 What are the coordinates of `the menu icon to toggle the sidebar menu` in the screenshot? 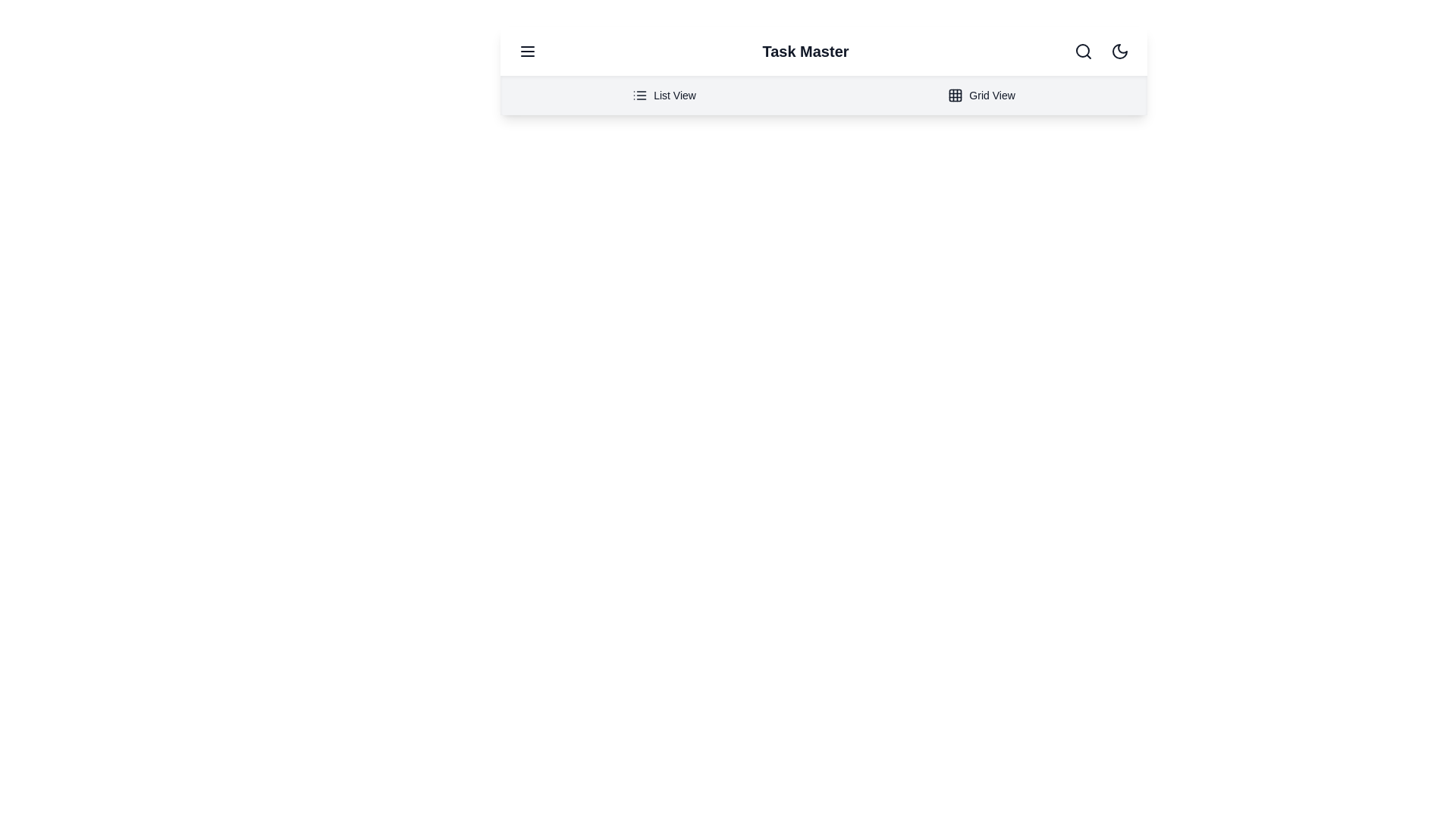 It's located at (528, 51).